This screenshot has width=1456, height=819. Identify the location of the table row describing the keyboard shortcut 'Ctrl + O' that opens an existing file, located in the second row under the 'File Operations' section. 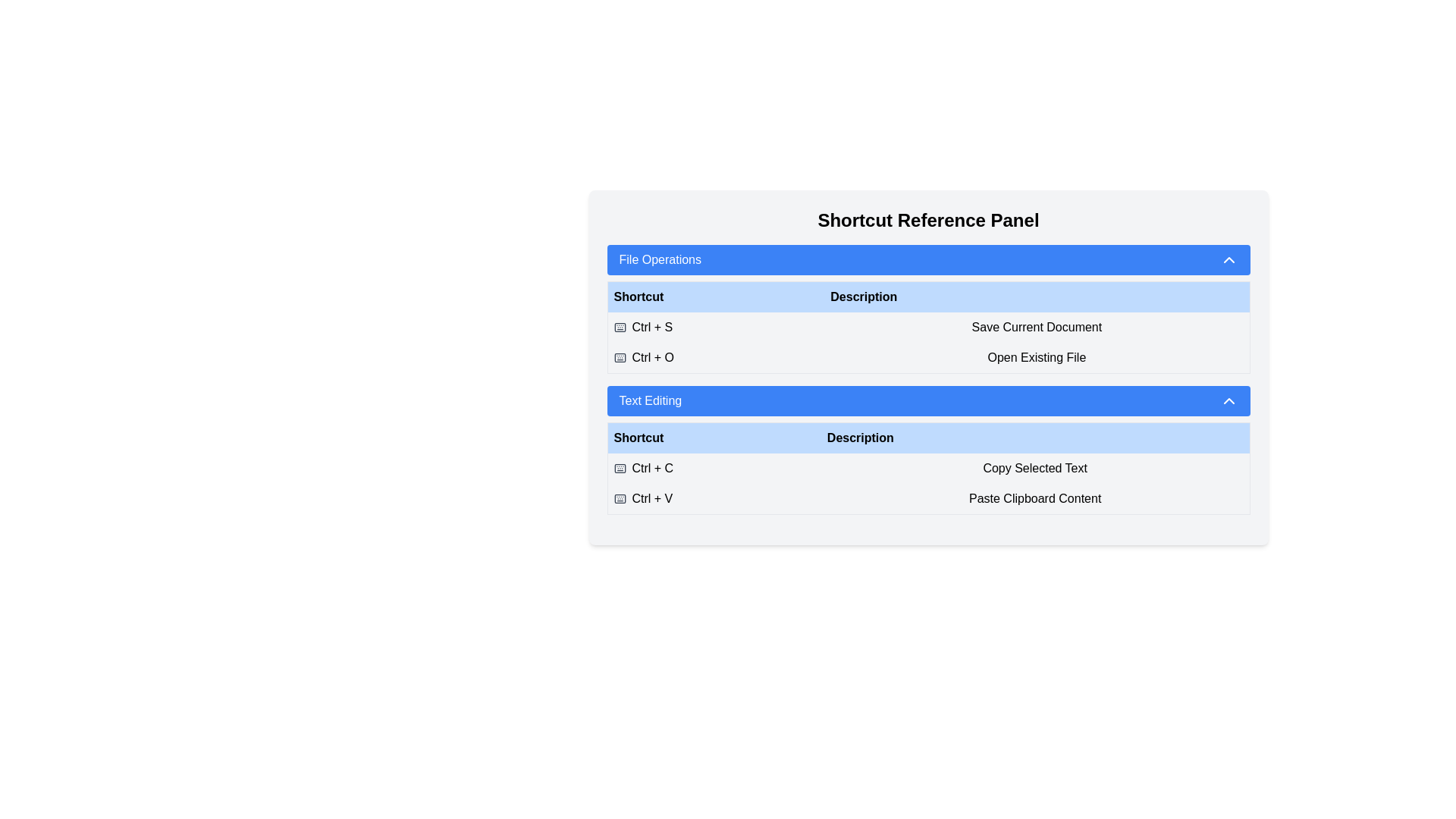
(927, 358).